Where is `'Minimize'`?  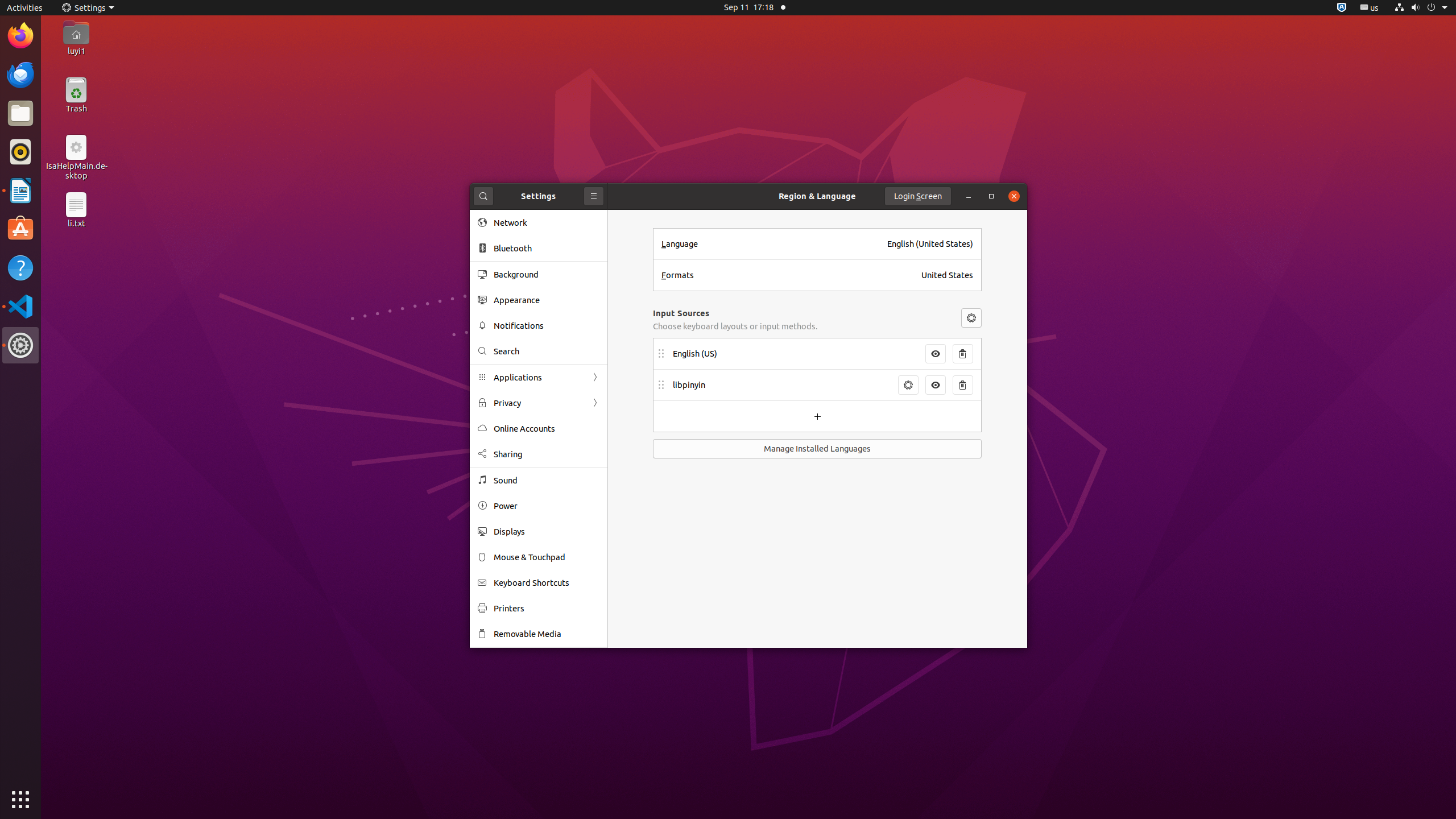
'Minimize' is located at coordinates (967, 196).